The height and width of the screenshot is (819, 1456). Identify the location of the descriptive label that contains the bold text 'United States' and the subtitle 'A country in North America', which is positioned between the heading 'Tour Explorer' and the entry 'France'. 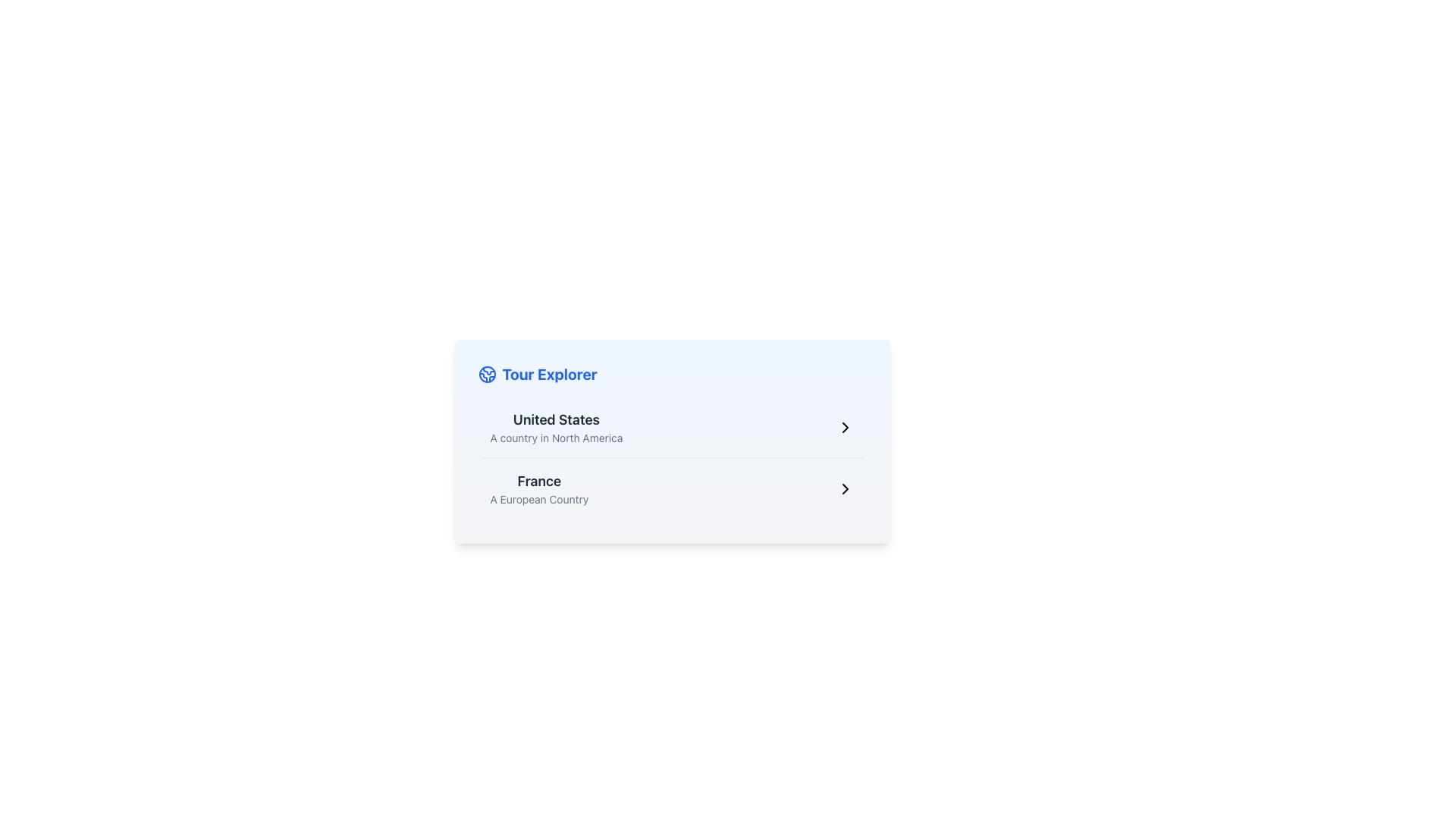
(556, 427).